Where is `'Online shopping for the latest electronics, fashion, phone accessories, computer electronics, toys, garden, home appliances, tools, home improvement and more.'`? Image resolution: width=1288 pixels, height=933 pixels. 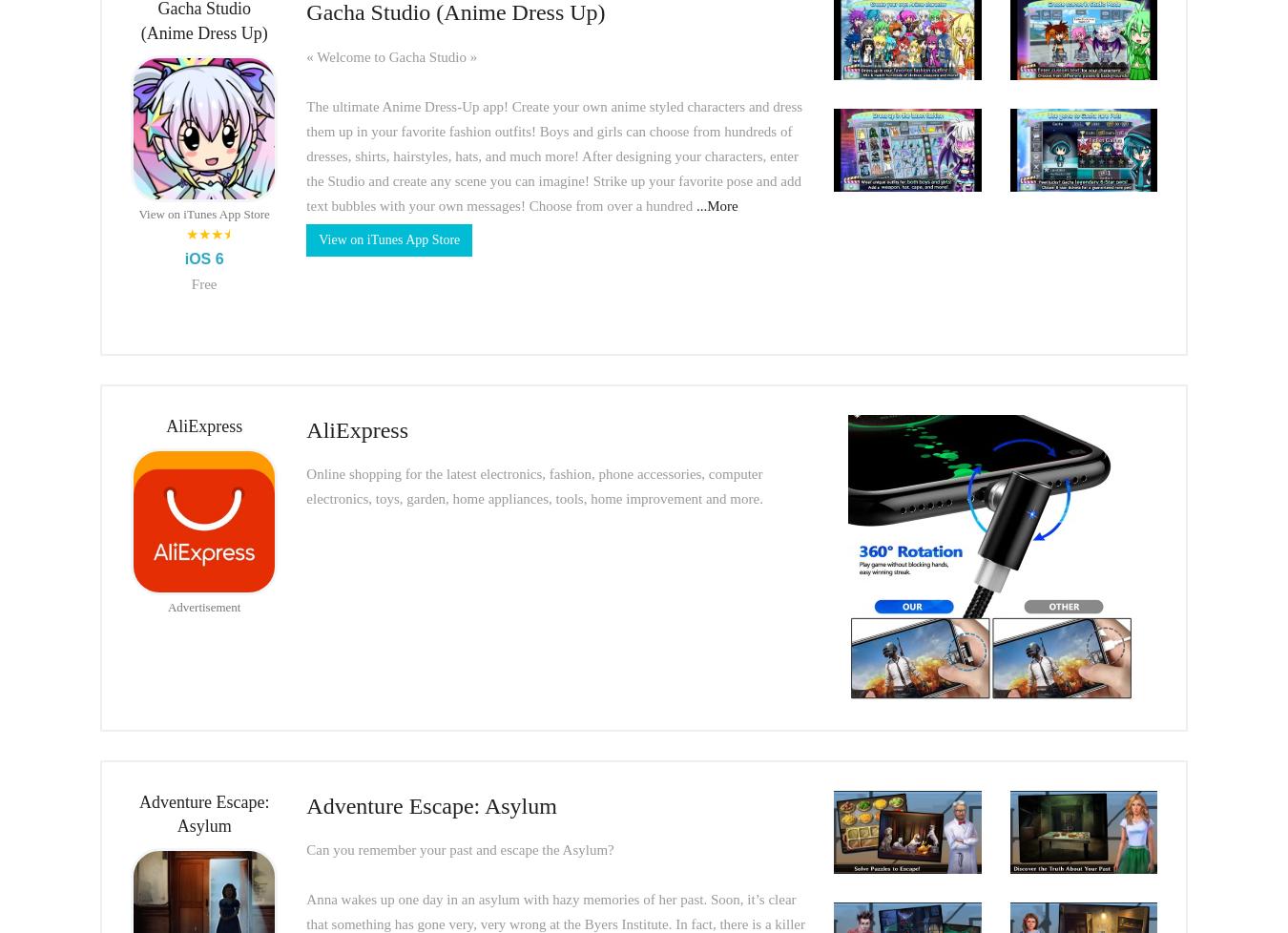
'Online shopping for the latest electronics, fashion, phone accessories, computer electronics, toys, garden, home appliances, tools, home improvement and more.' is located at coordinates (532, 487).